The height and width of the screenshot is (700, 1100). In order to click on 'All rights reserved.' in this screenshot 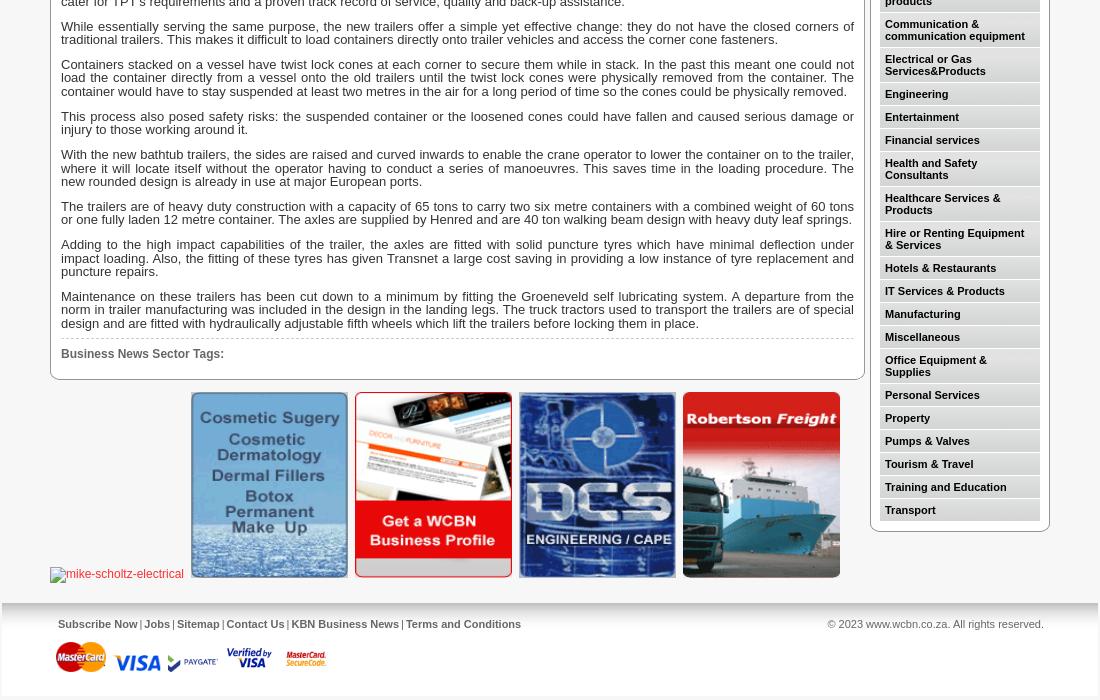, I will do `click(996, 623)`.